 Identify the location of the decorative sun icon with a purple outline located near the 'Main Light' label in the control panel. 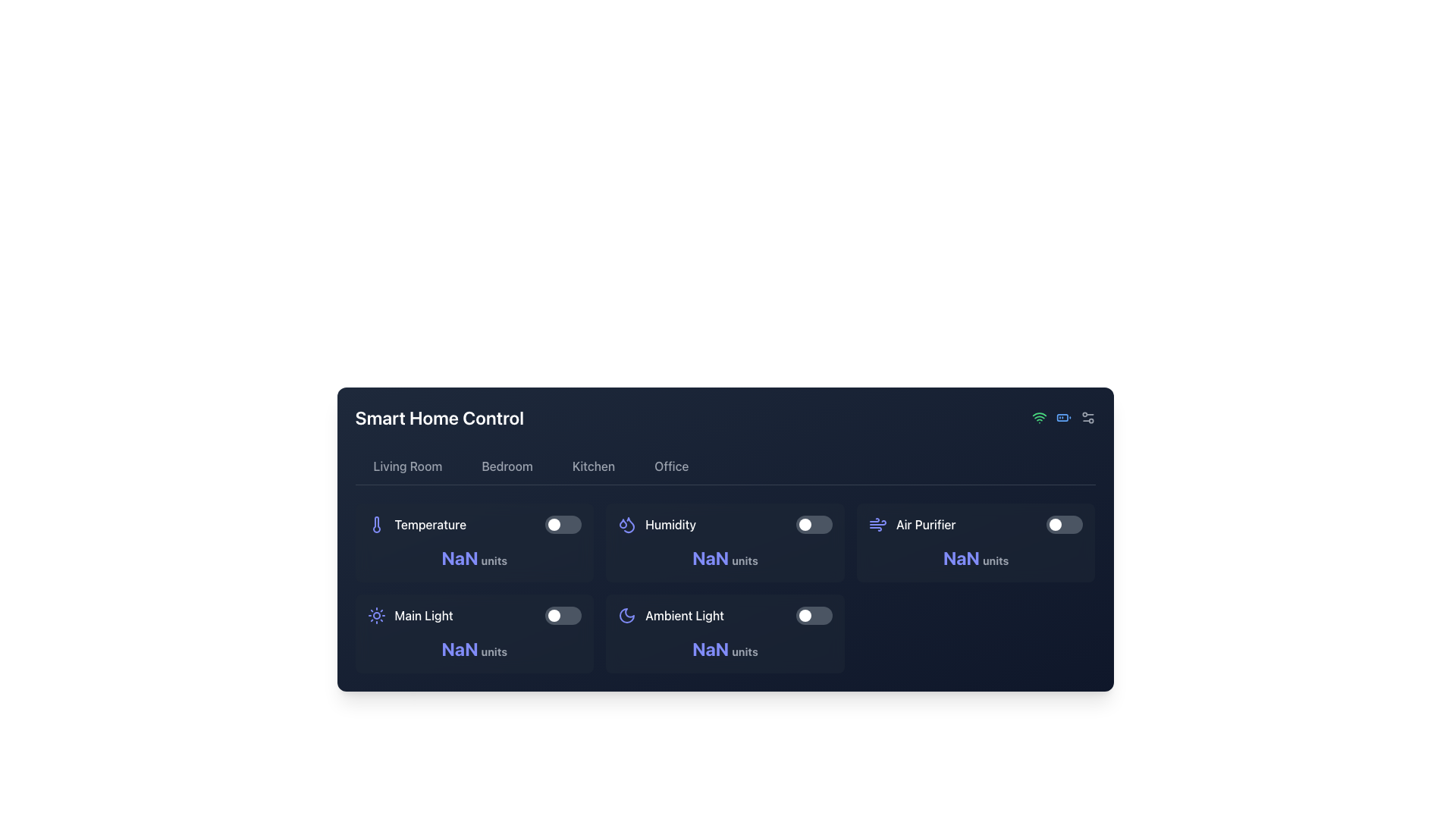
(376, 616).